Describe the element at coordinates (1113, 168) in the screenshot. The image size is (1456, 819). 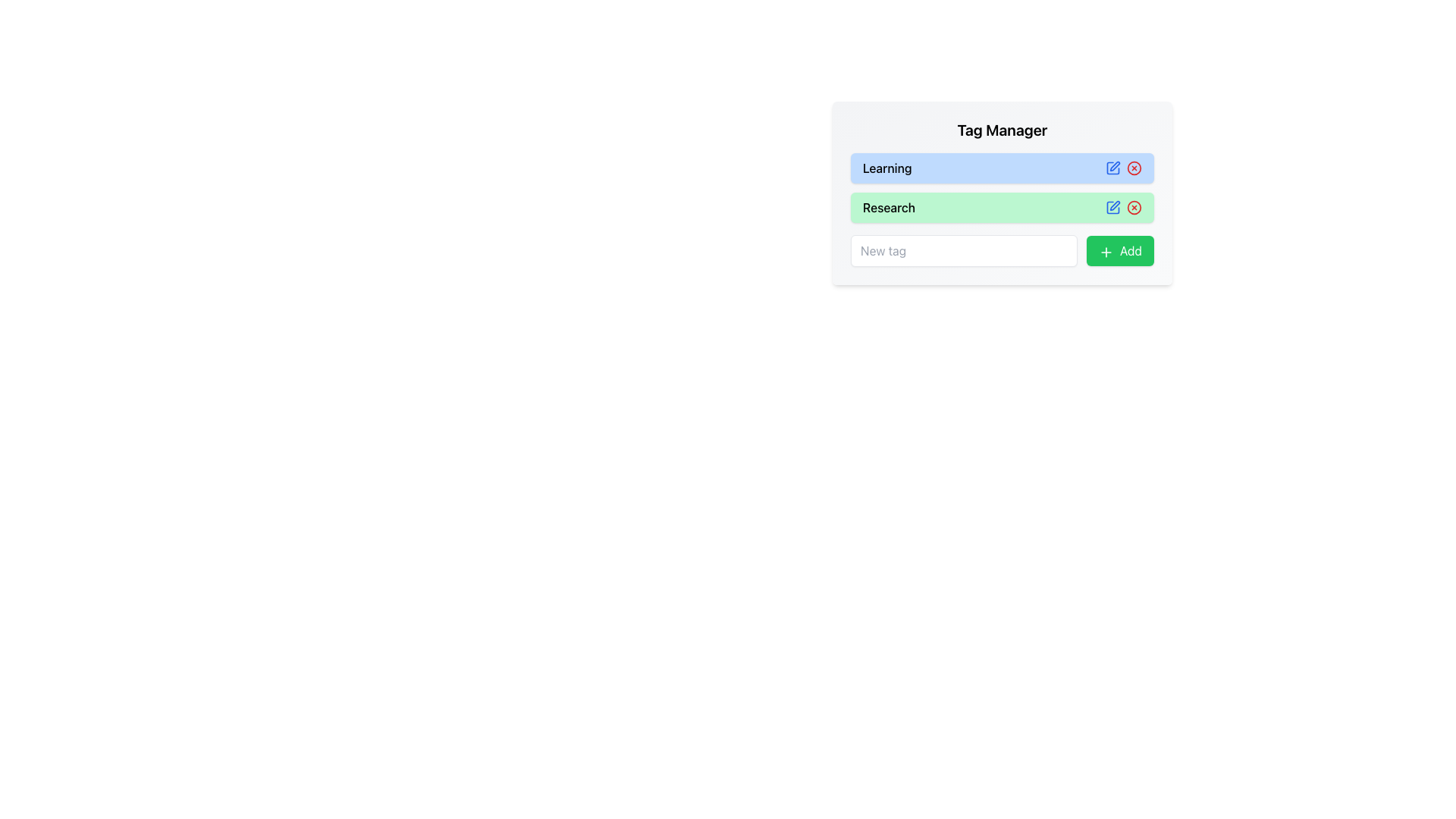
I see `the square-shaped icon button featuring a pencil, located in the top-right corner of the blue 'Learning' tag` at that location.